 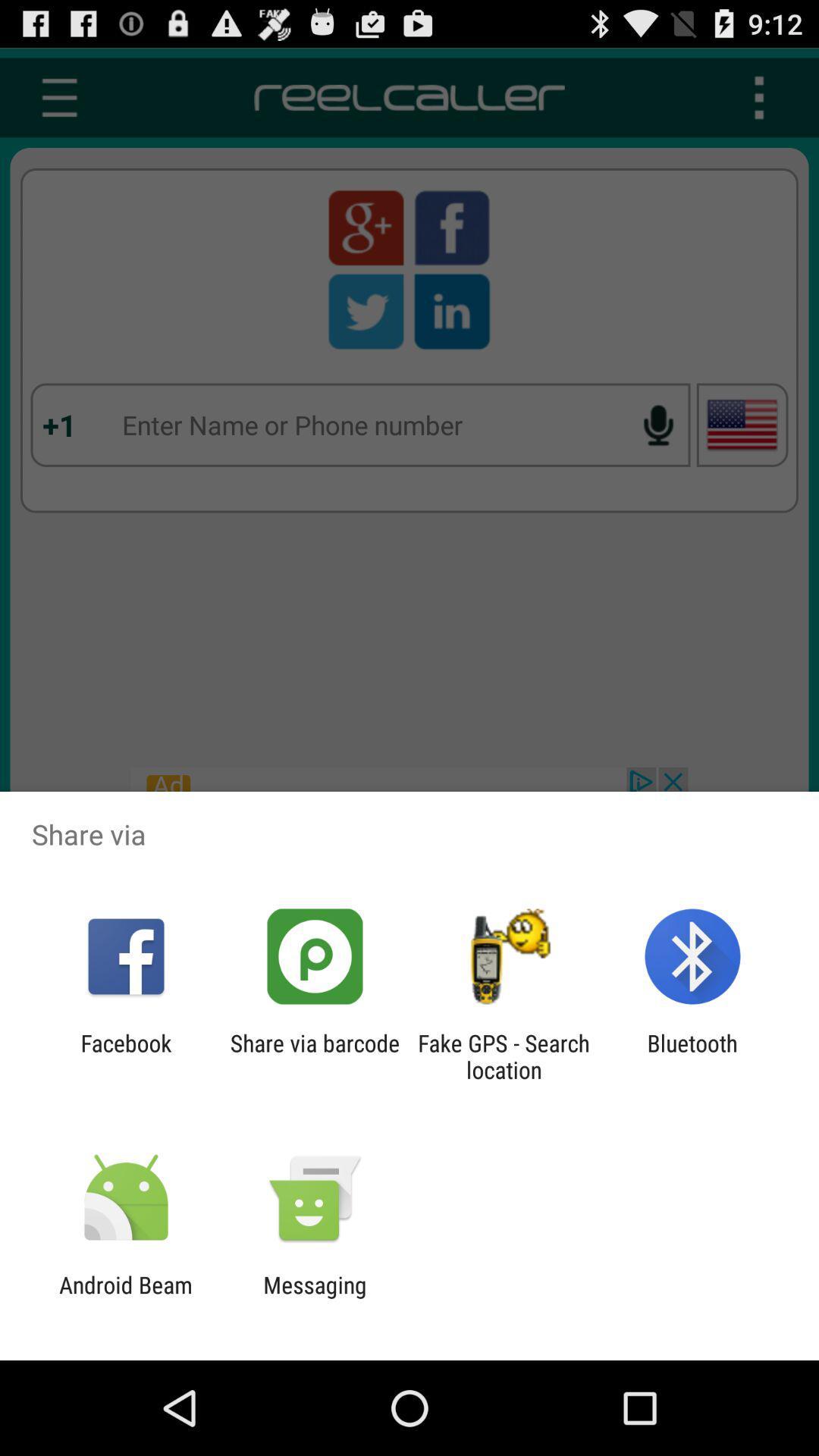 I want to click on app to the left of share via barcode app, so click(x=125, y=1056).